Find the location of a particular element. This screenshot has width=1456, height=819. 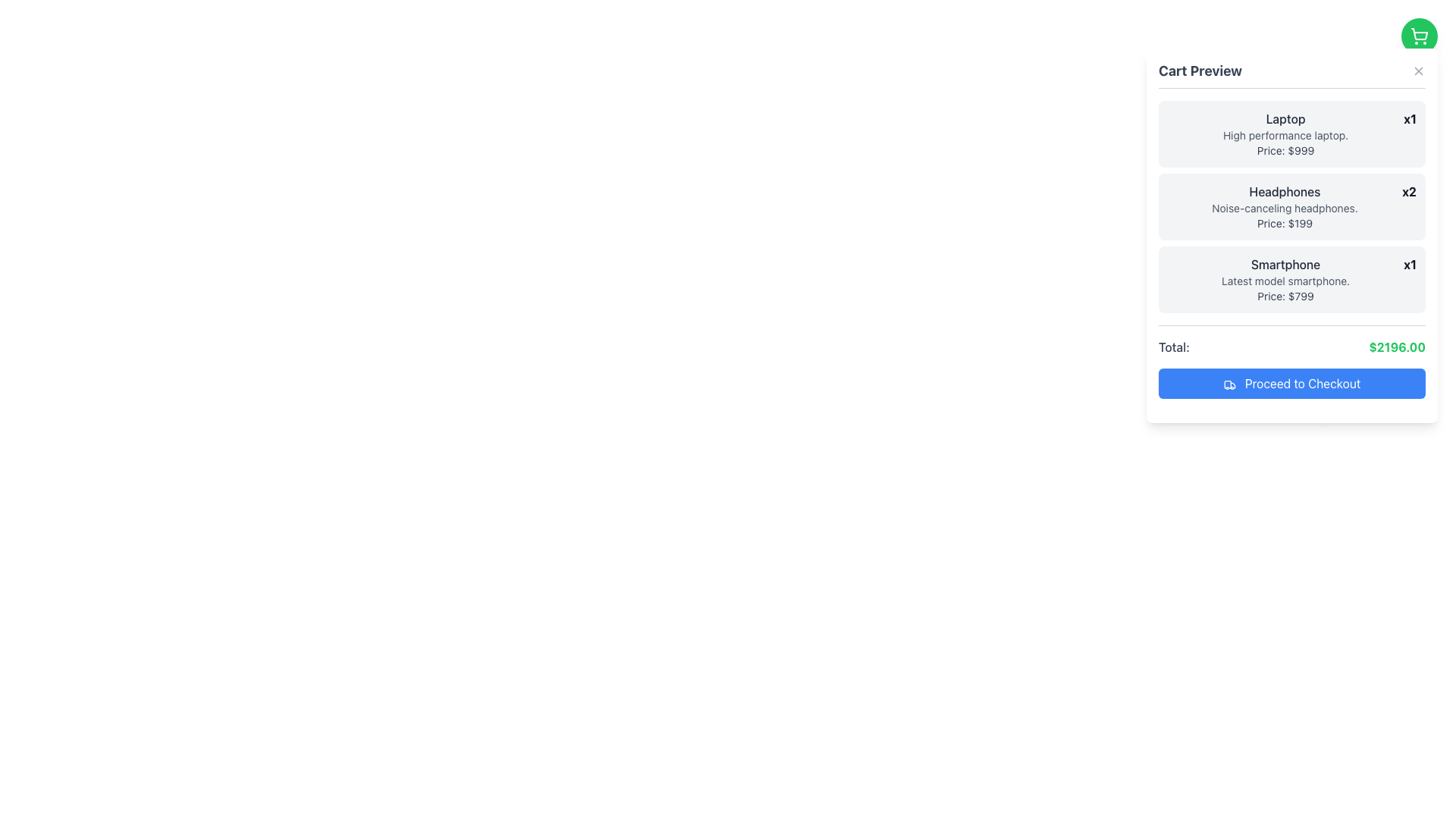

the third item in the cart summary, which displays the item's details including name, description, price, and quantity is located at coordinates (1291, 248).